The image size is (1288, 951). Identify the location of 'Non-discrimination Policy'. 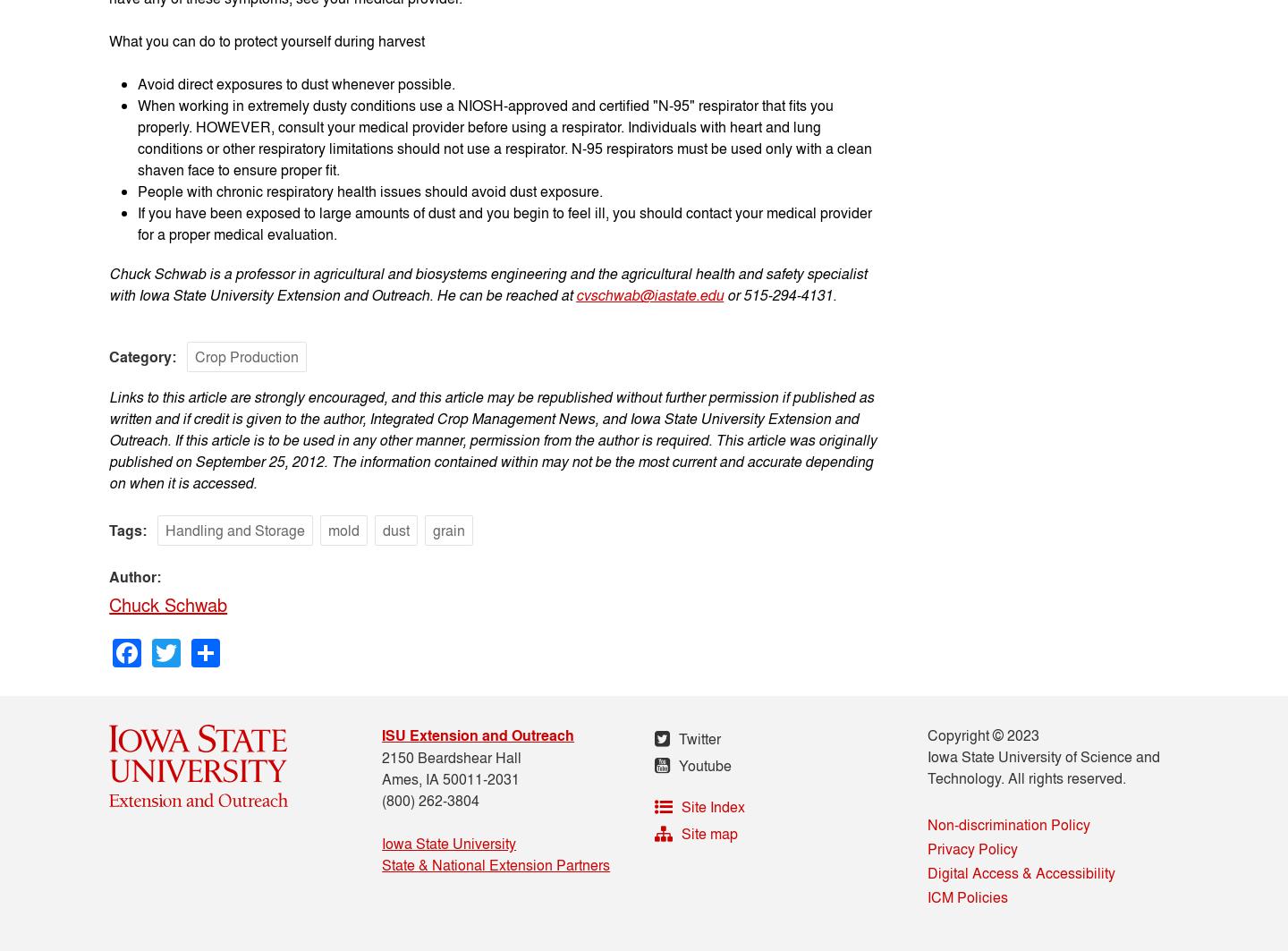
(1007, 822).